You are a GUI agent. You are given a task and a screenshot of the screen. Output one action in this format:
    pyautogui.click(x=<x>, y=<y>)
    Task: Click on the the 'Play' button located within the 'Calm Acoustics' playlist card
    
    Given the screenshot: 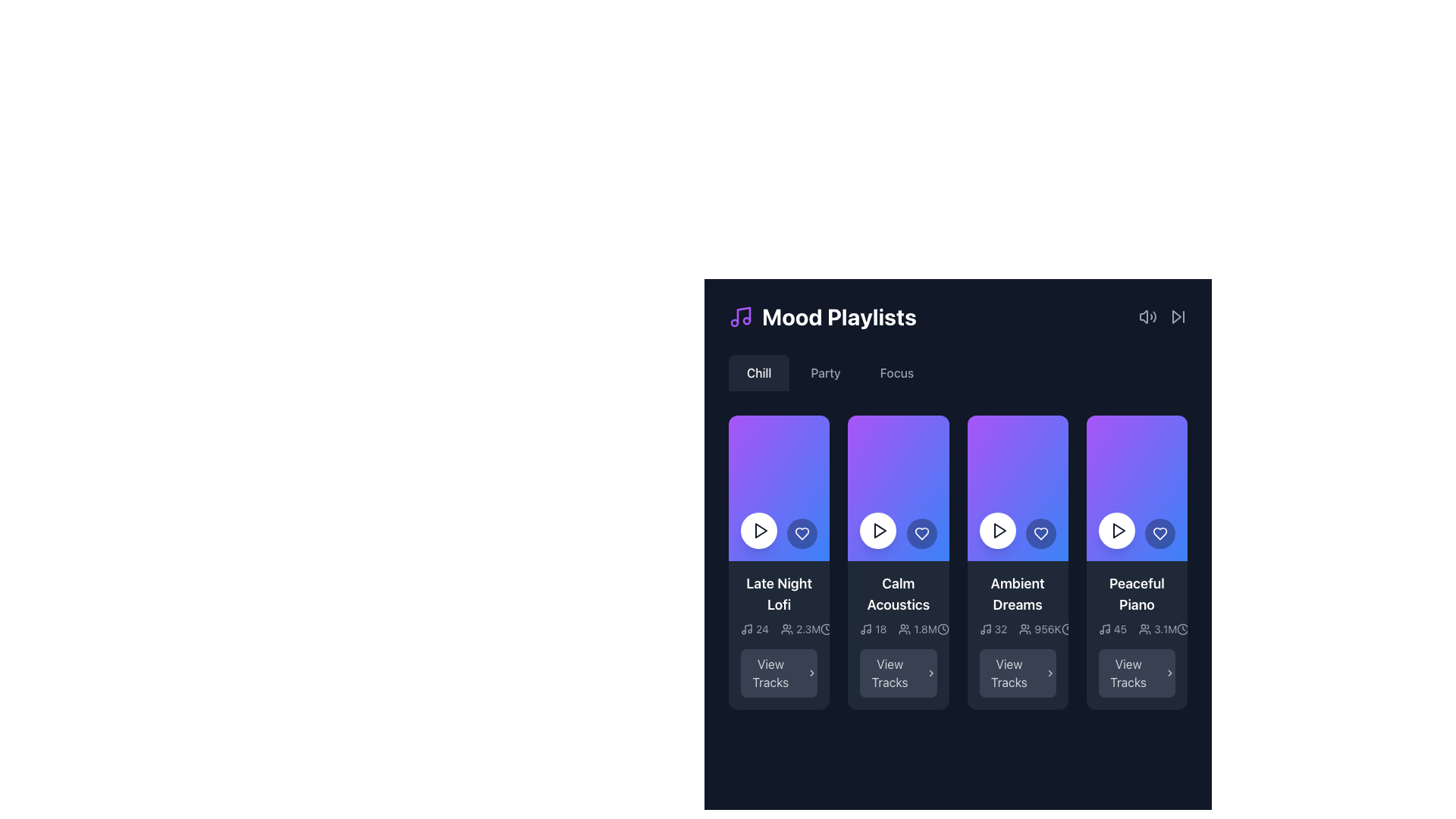 What is the action you would take?
    pyautogui.click(x=878, y=529)
    